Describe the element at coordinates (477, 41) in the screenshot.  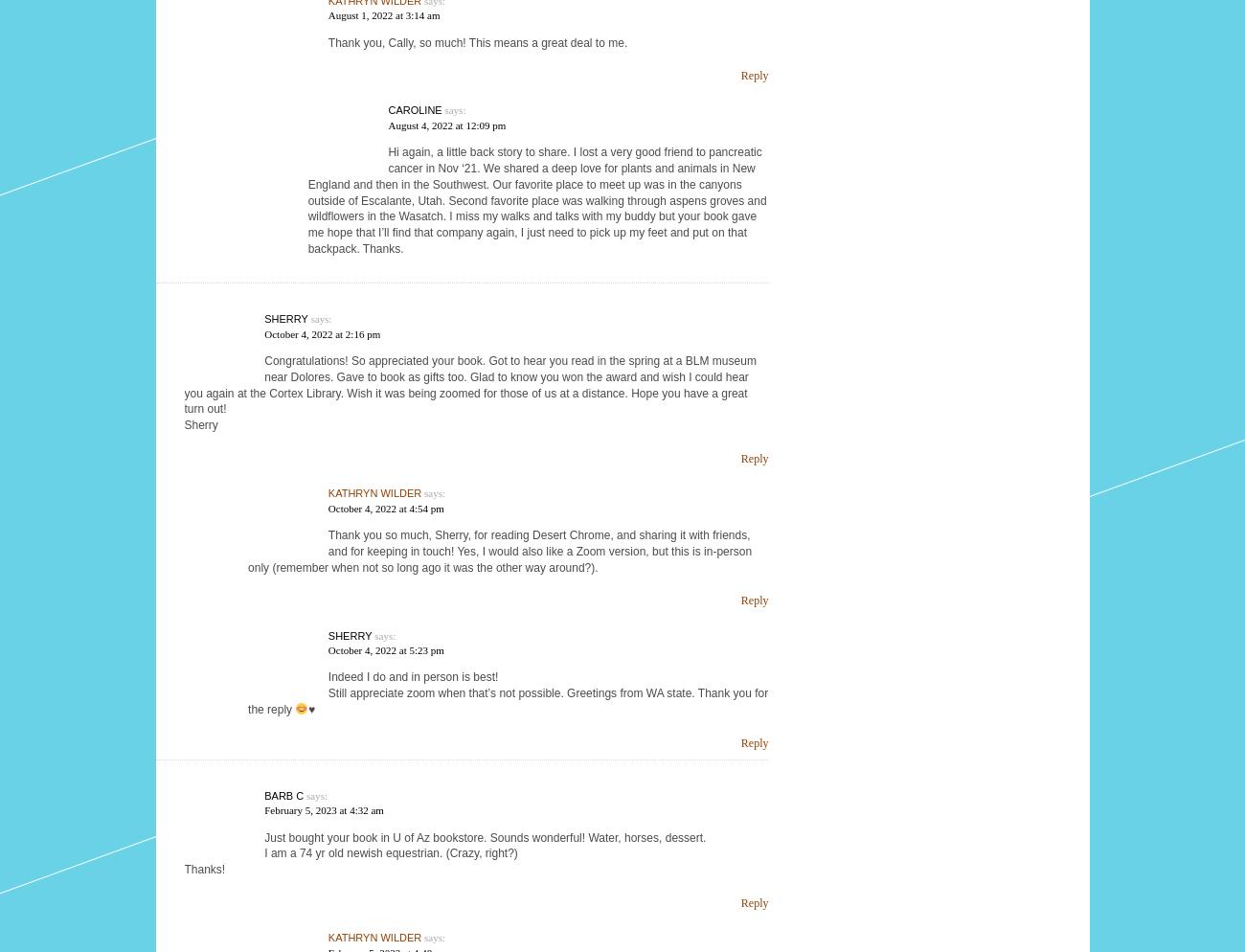
I see `'Thank you, Cally, so much! This means a great deal to me.'` at that location.